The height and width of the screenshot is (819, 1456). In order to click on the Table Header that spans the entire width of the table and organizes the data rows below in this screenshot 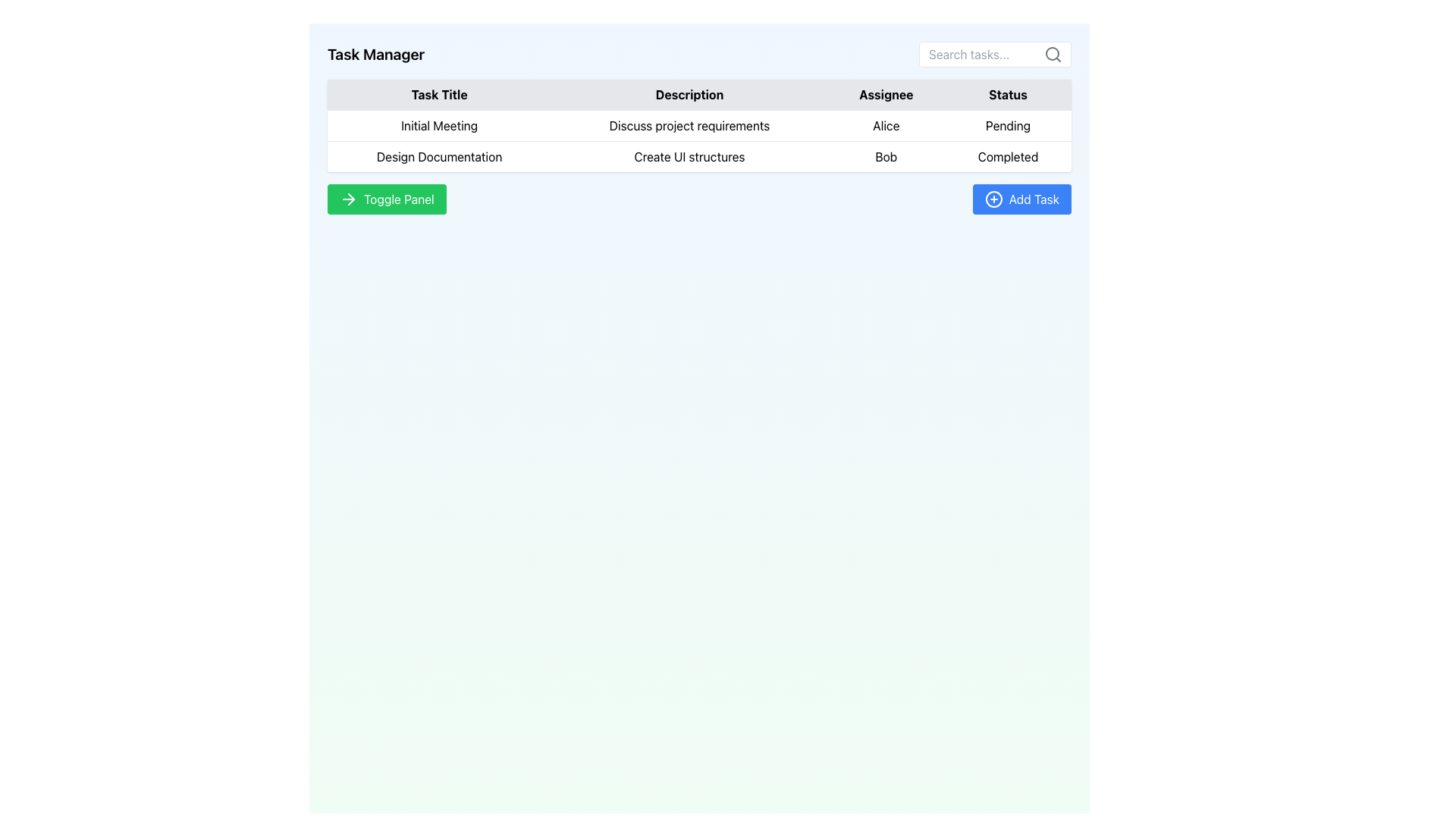, I will do `click(698, 95)`.